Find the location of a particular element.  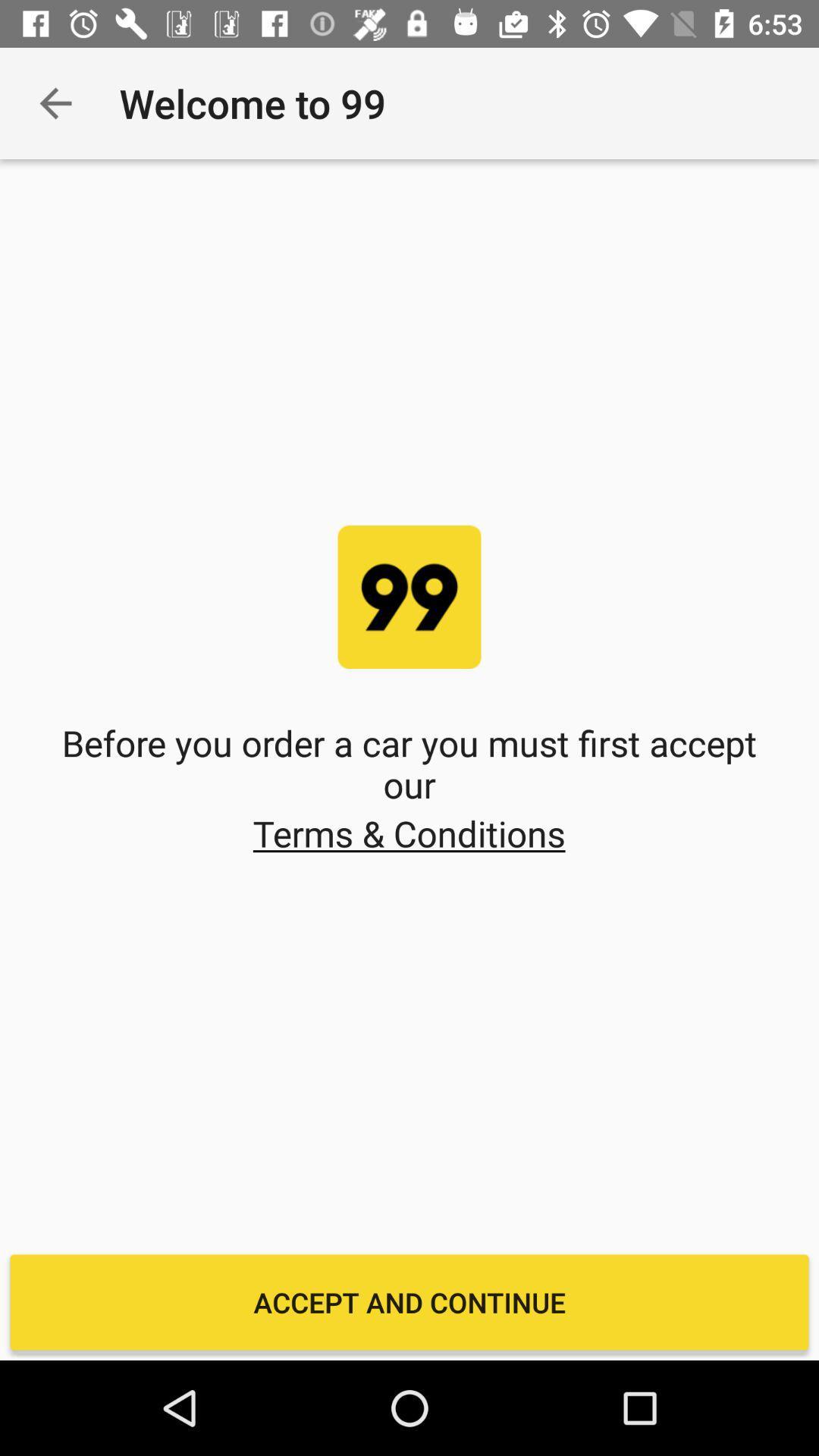

app next to the welcome to 99 item is located at coordinates (55, 102).